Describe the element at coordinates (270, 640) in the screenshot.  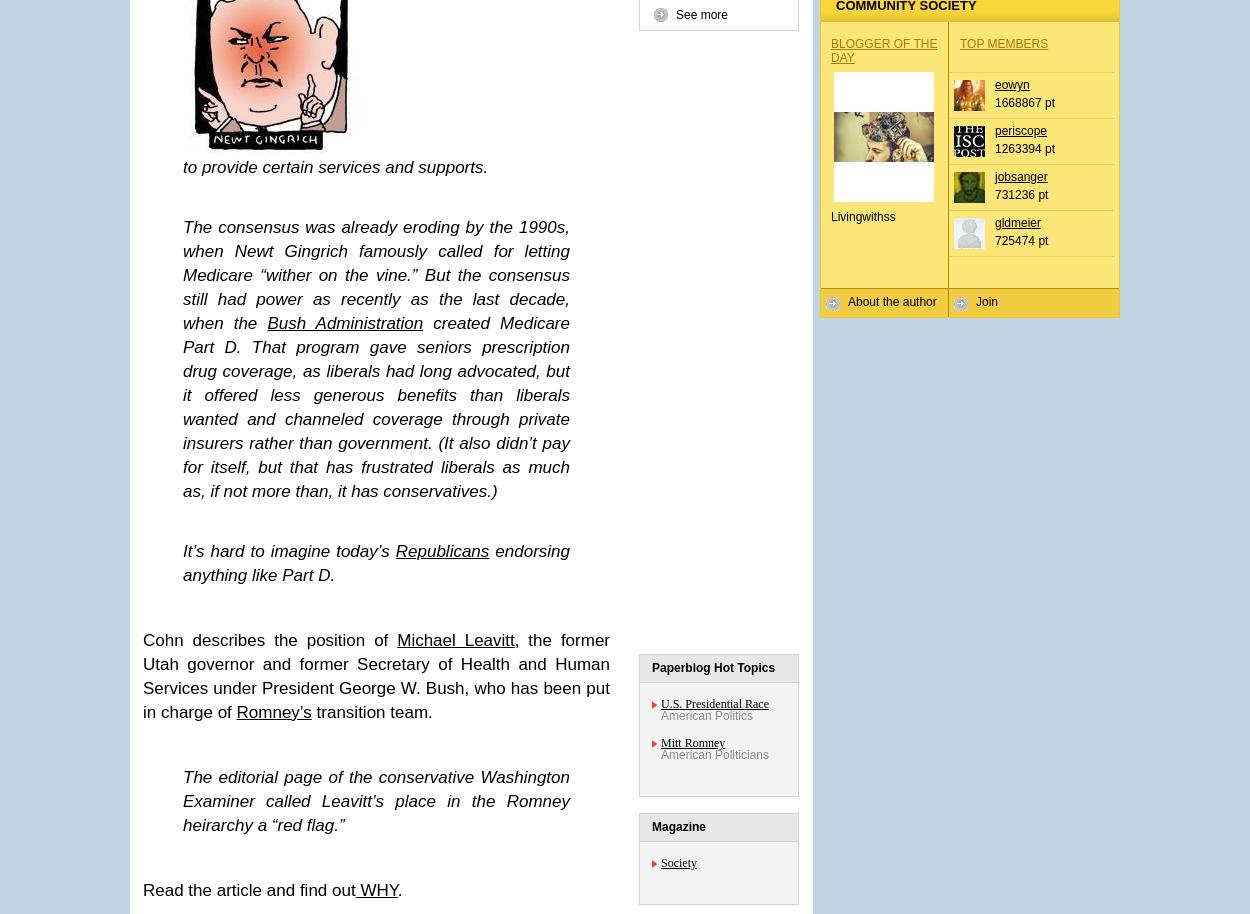
I see `'Cohn describes the position of'` at that location.